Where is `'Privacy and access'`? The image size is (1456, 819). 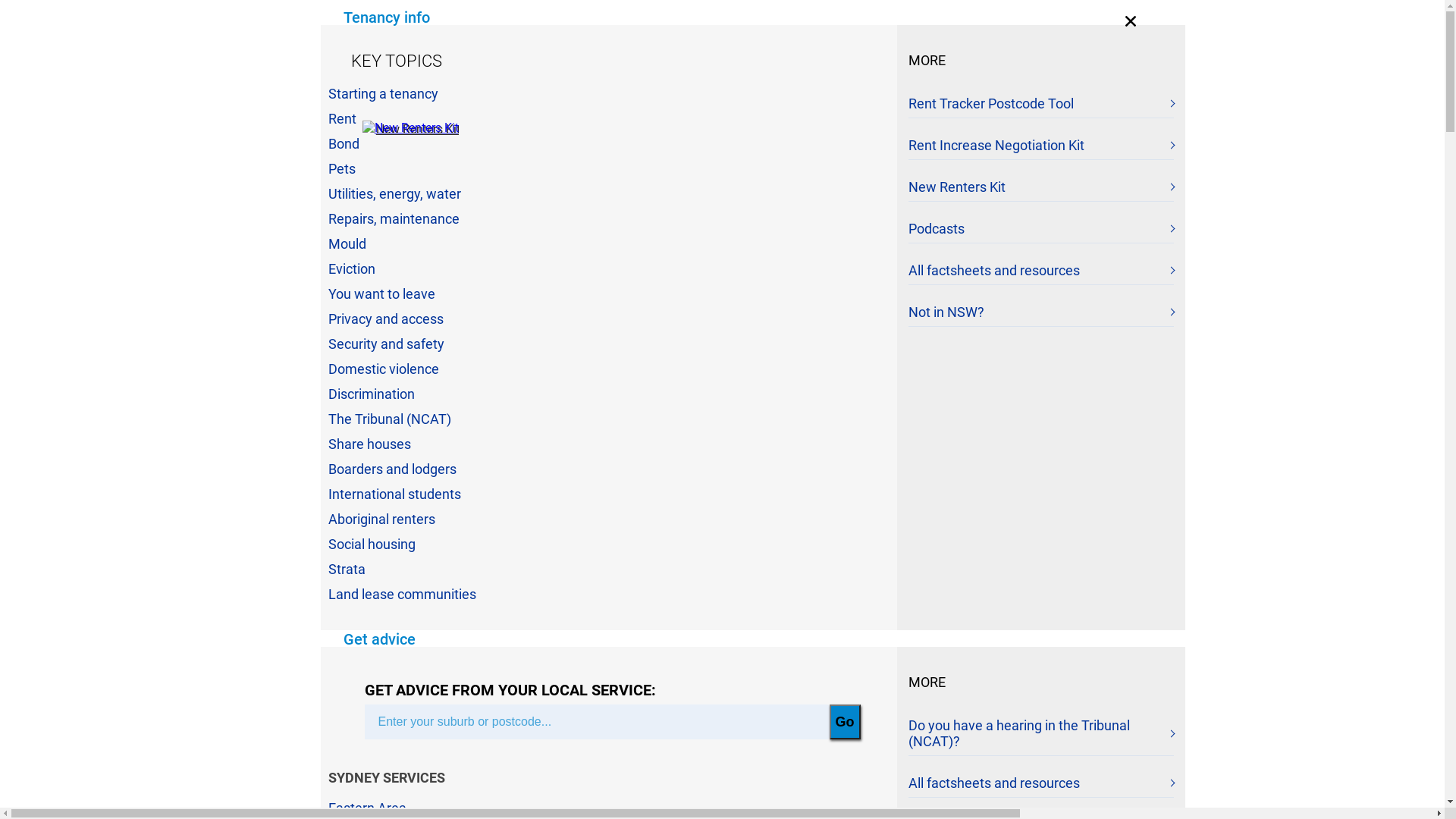
'Privacy and access' is located at coordinates (385, 318).